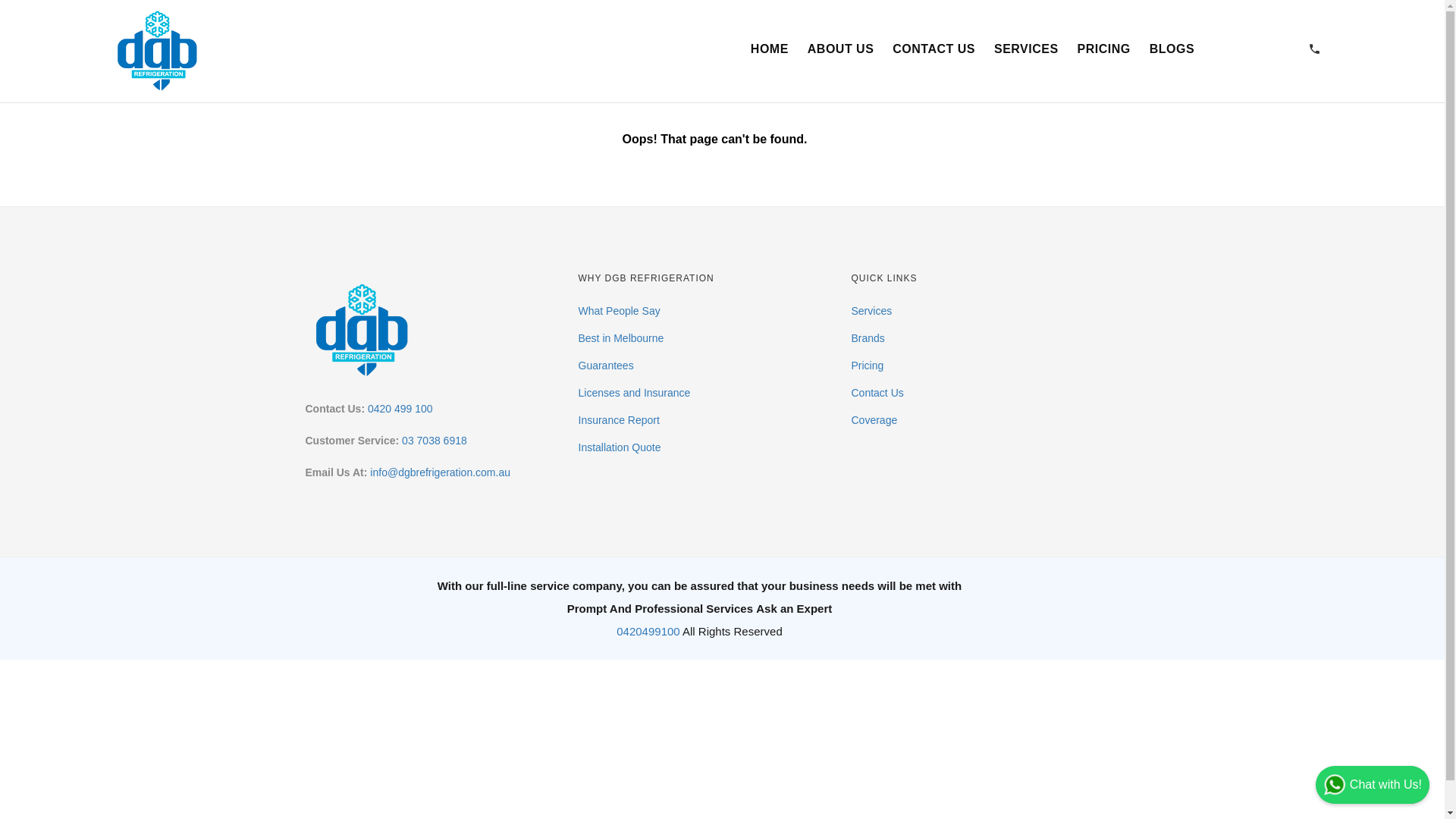  What do you see at coordinates (648, 631) in the screenshot?
I see `'0420499100'` at bounding box center [648, 631].